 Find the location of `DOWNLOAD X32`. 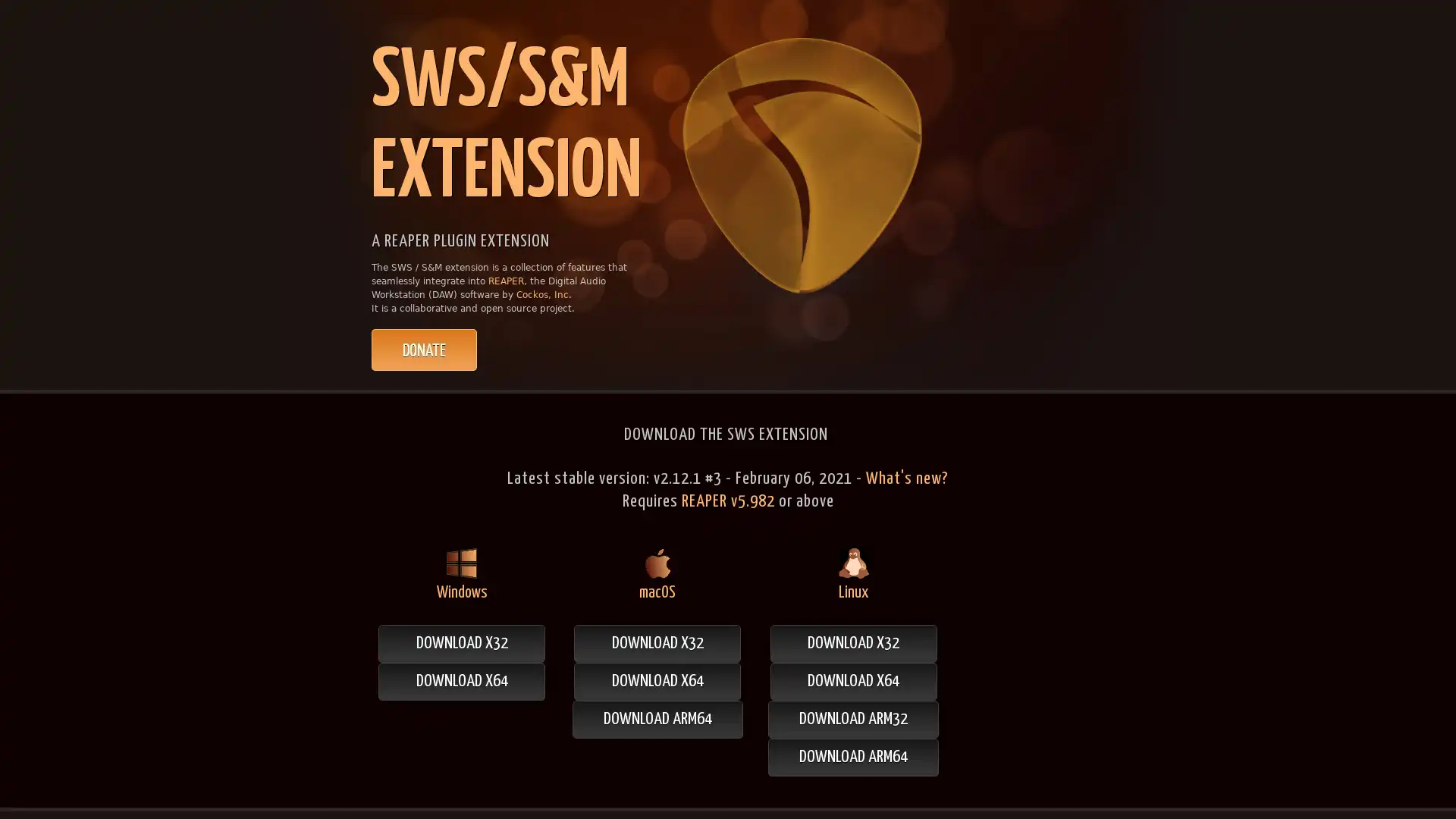

DOWNLOAD X32 is located at coordinates (484, 643).